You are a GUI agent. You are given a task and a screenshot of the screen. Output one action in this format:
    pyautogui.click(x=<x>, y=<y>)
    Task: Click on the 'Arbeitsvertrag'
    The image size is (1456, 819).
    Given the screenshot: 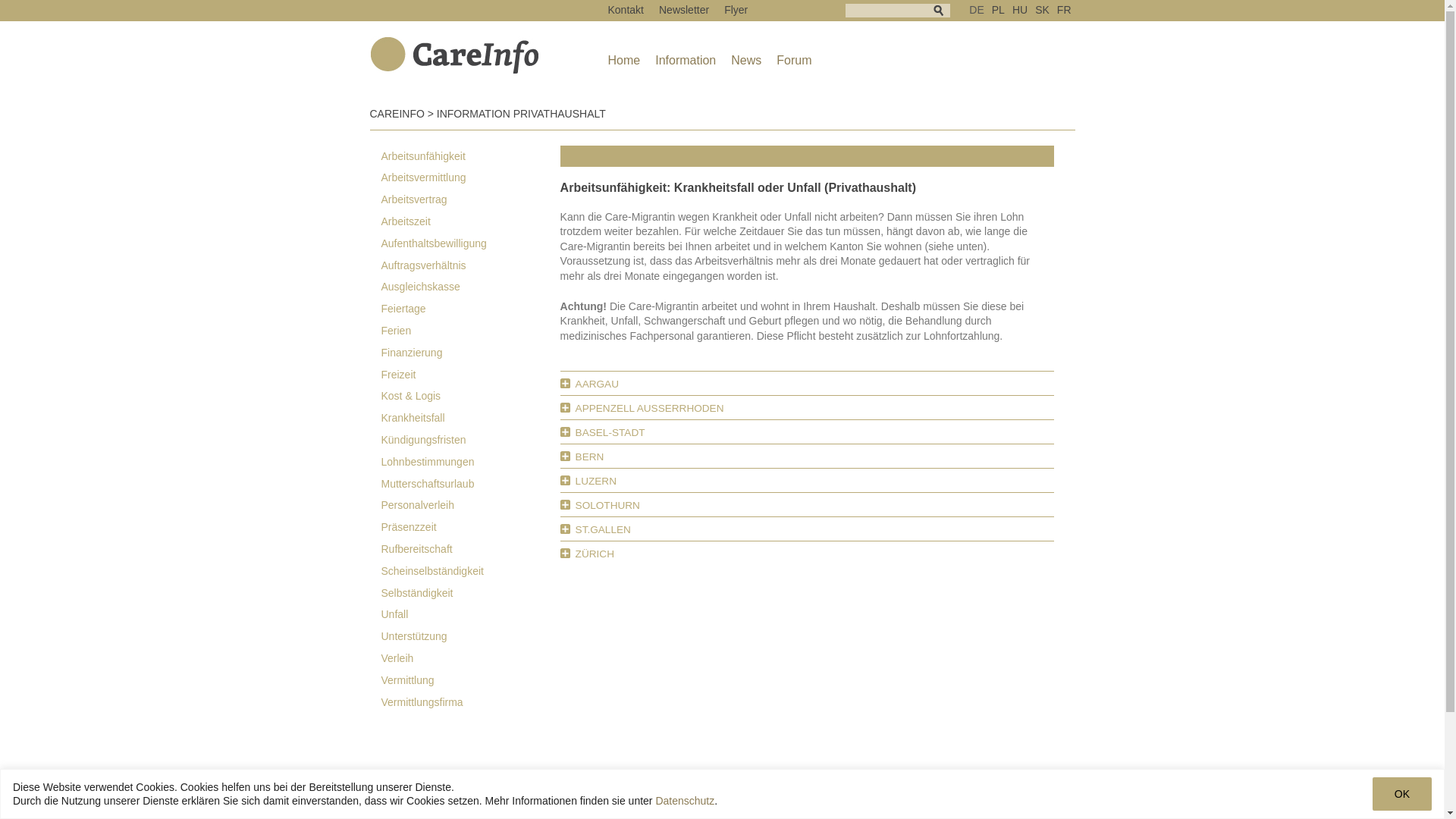 What is the action you would take?
    pyautogui.click(x=469, y=199)
    